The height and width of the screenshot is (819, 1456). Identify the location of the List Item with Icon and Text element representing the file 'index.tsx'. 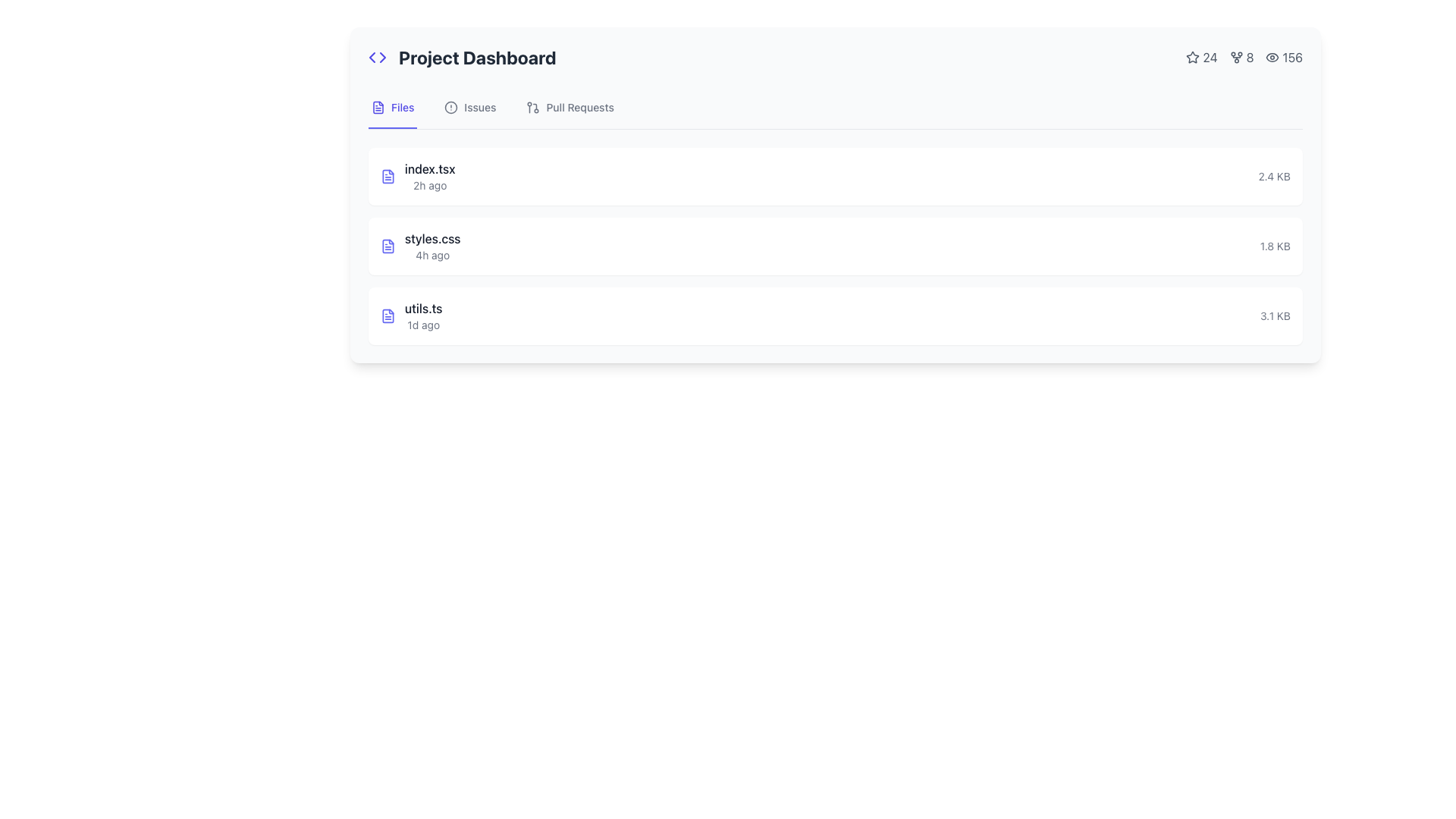
(418, 175).